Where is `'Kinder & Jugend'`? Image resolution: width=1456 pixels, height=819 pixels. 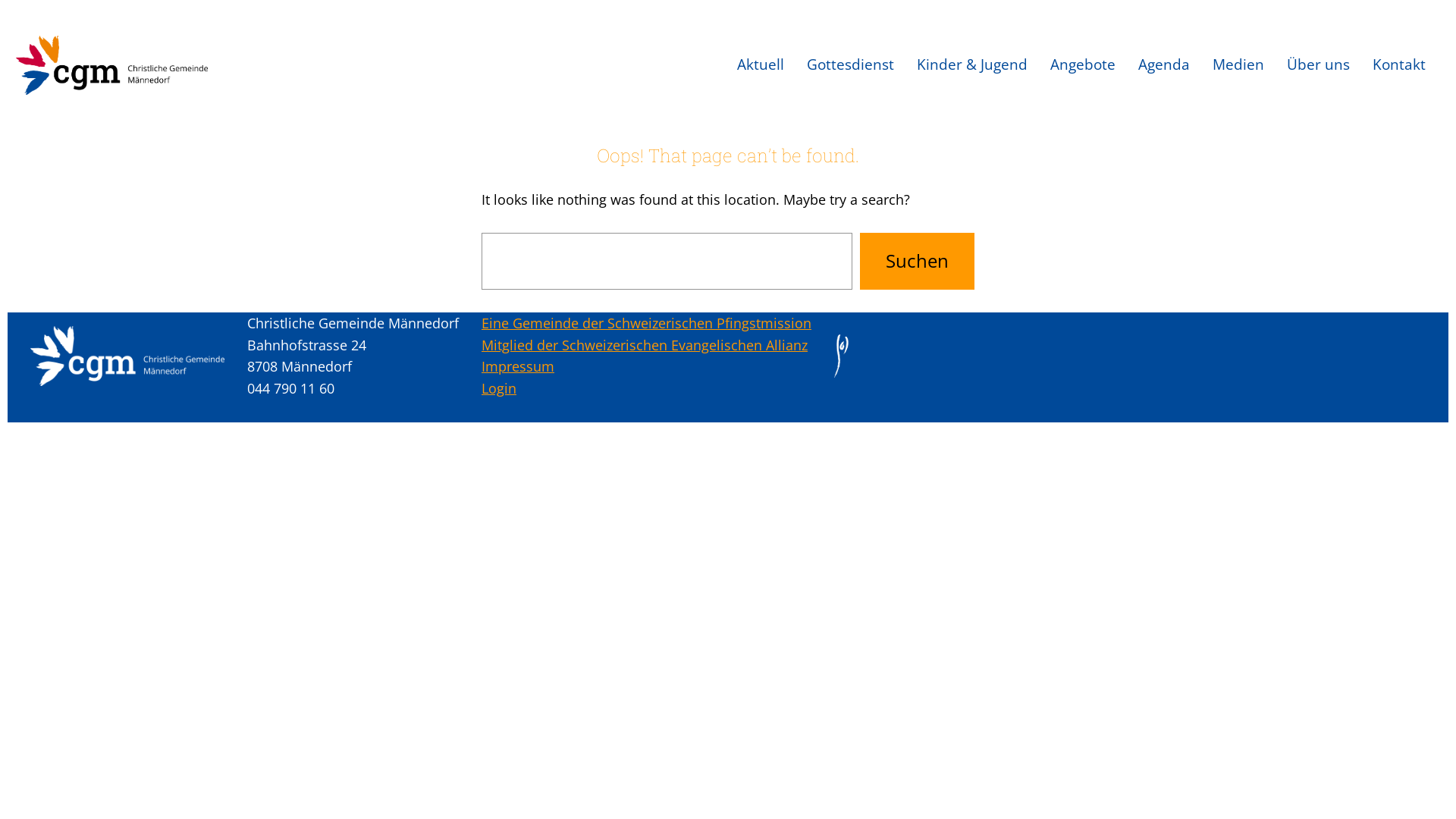 'Kinder & Jugend' is located at coordinates (971, 64).